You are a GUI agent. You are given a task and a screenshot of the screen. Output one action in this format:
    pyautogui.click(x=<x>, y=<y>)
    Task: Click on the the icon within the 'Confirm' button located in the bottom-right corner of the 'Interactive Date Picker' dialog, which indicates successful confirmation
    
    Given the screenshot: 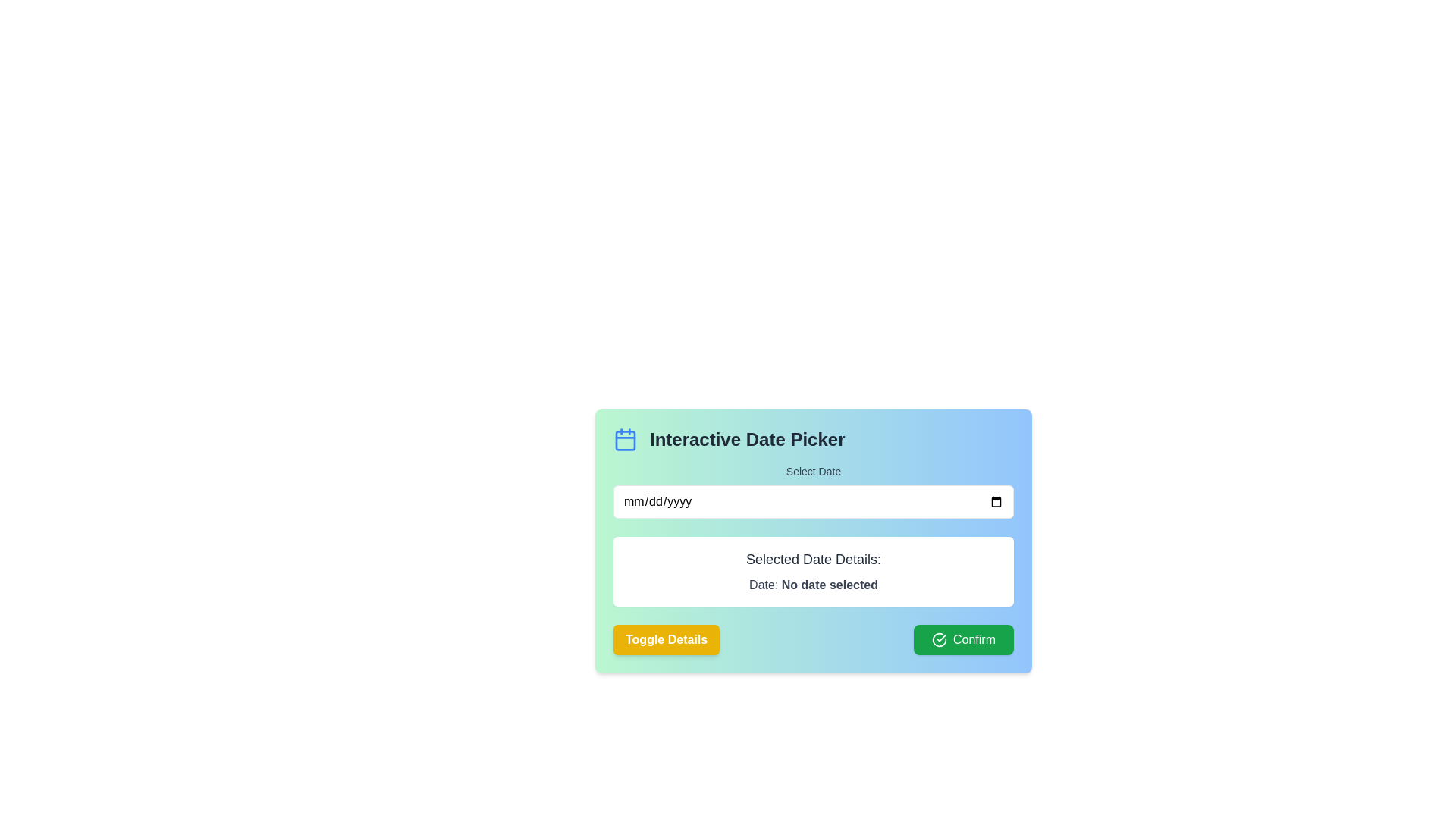 What is the action you would take?
    pyautogui.click(x=938, y=640)
    